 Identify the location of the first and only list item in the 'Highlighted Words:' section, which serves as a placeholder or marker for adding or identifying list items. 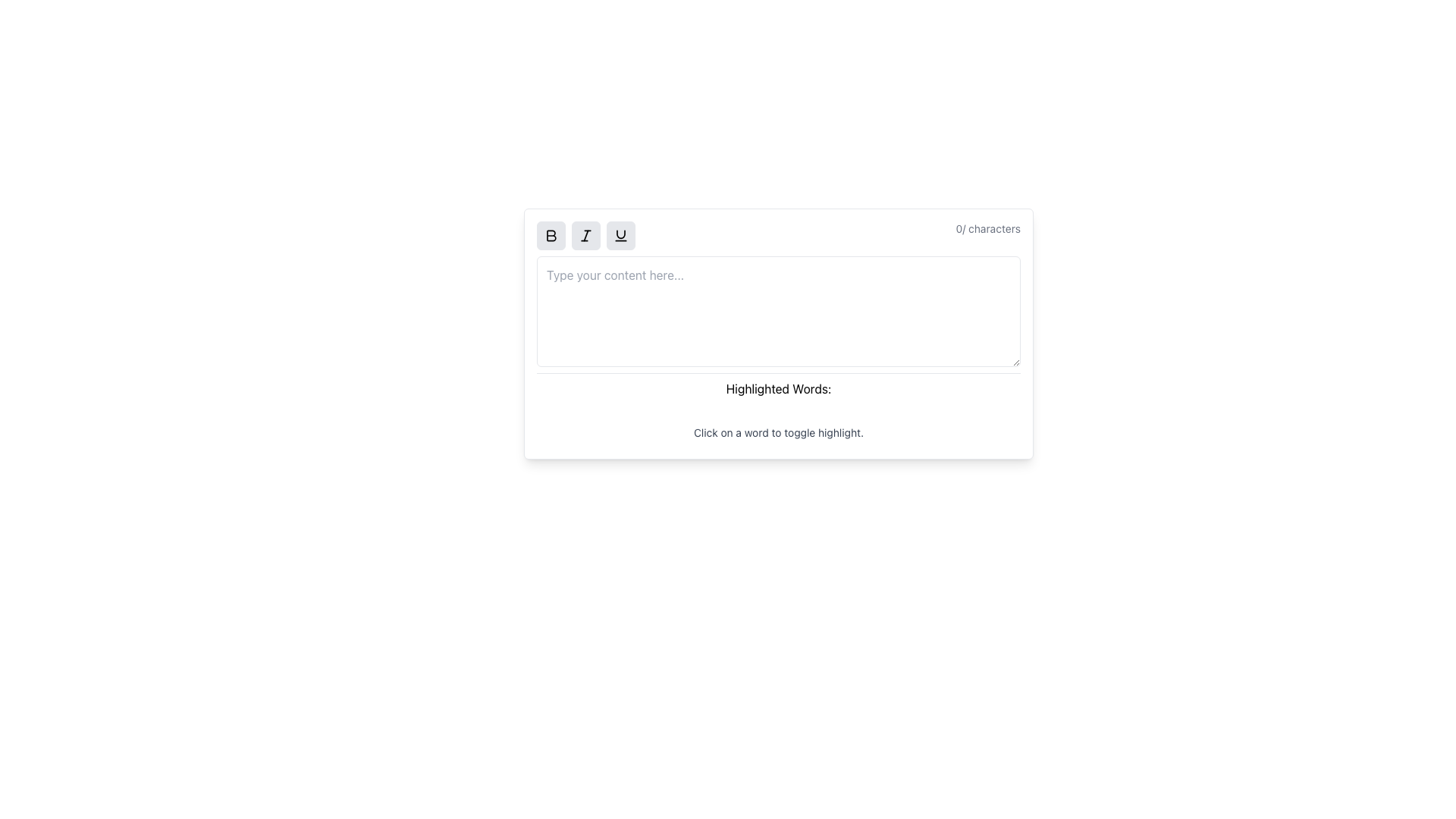
(779, 406).